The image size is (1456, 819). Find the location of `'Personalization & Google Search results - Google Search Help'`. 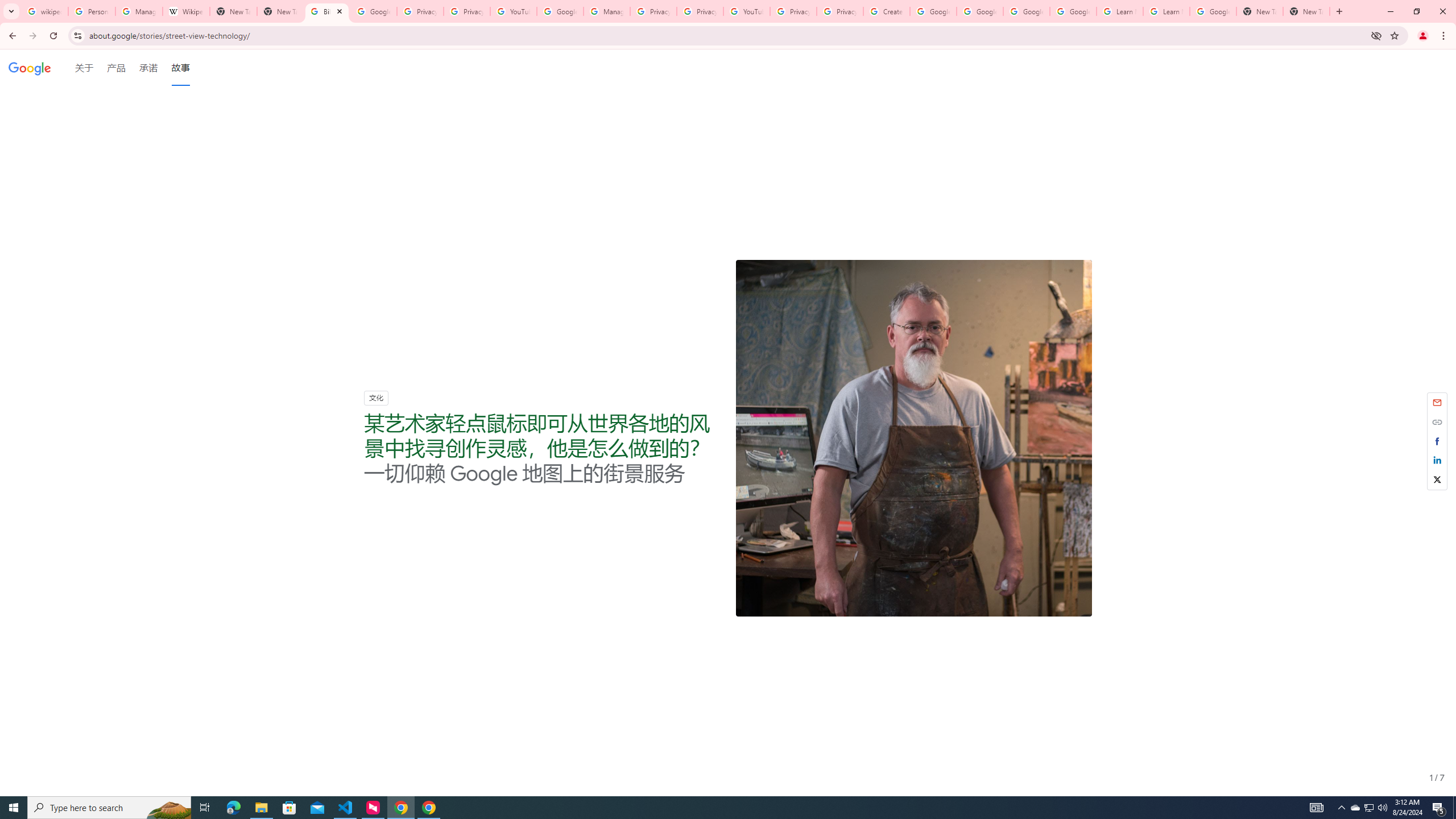

'Personalization & Google Search results - Google Search Help' is located at coordinates (91, 11).